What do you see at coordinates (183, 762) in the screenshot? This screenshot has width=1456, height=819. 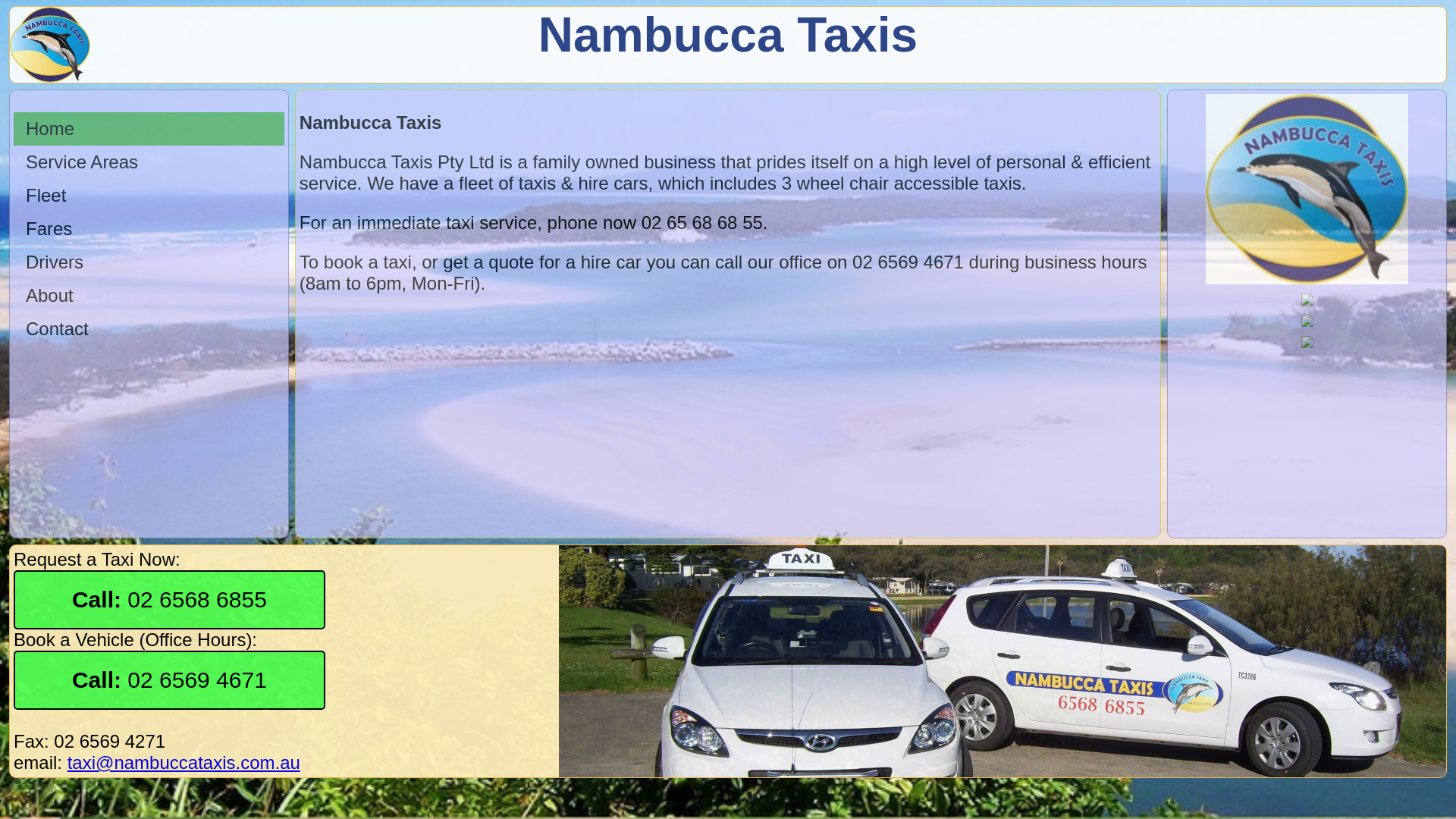 I see `'taxi@nambuccataxis.com.au'` at bounding box center [183, 762].